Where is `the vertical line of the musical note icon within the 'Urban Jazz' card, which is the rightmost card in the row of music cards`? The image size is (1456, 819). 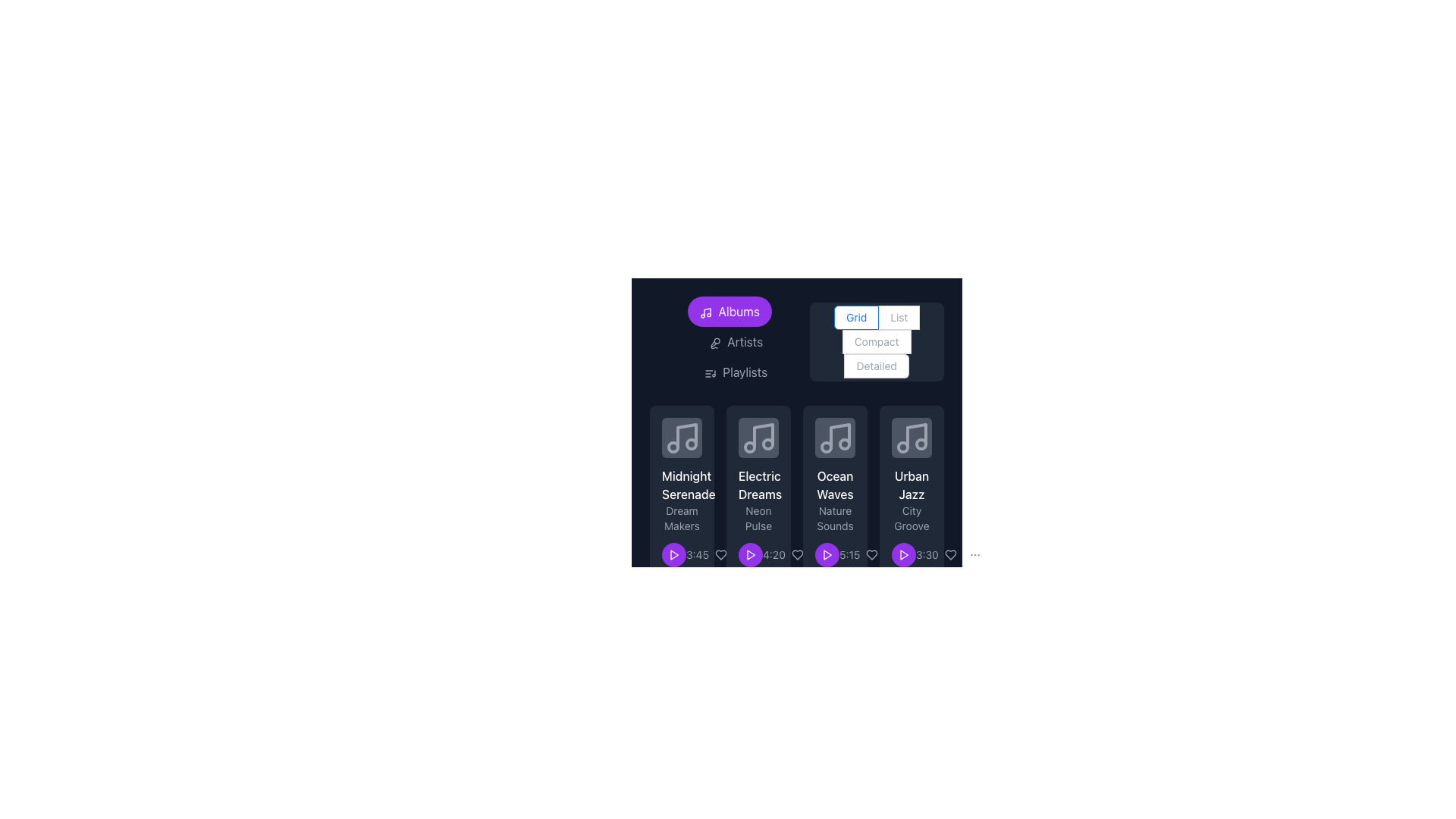
the vertical line of the musical note icon within the 'Urban Jazz' card, which is the rightmost card in the row of music cards is located at coordinates (915, 435).